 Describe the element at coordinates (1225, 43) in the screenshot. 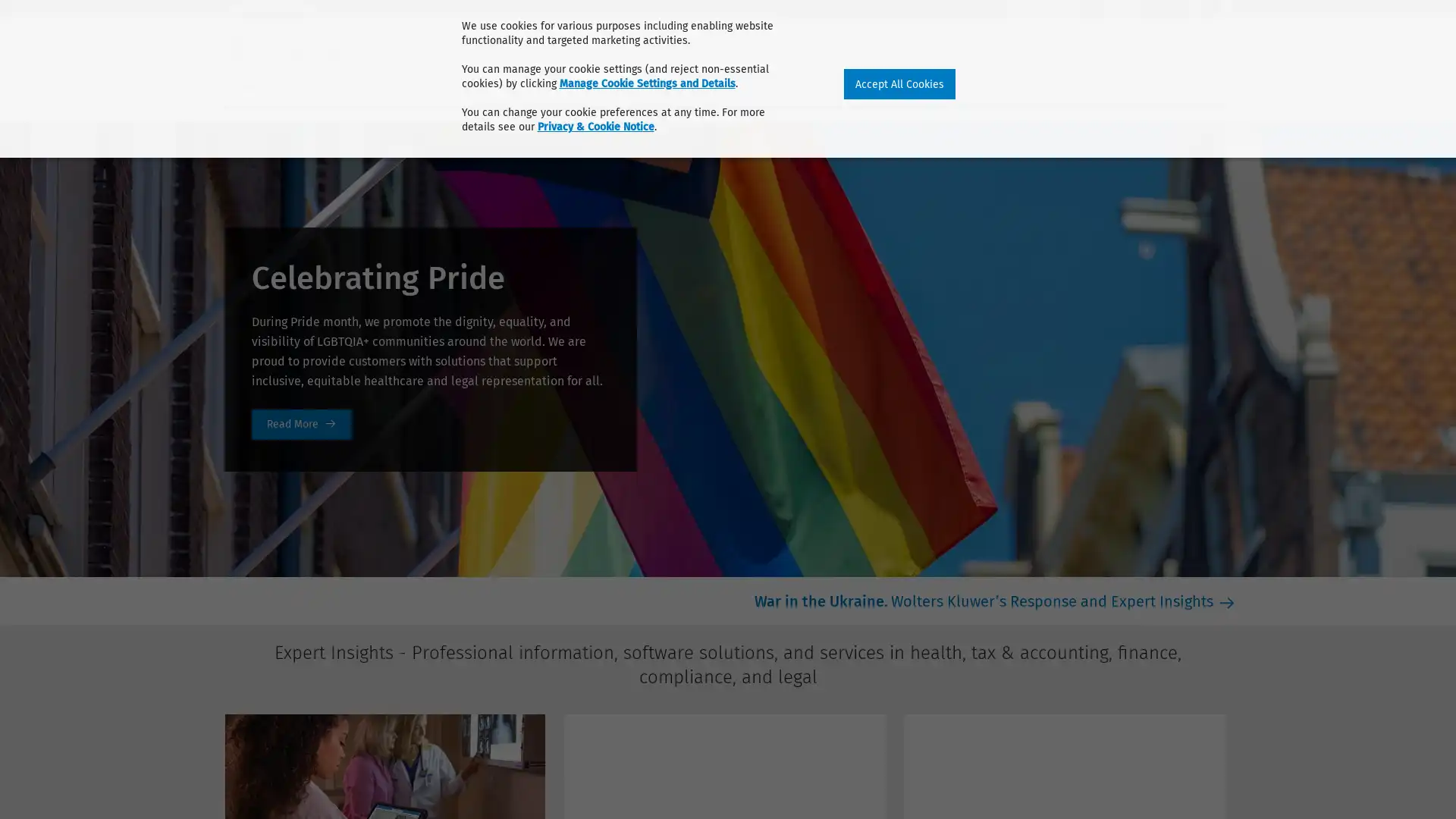

I see `Expand Search` at that location.